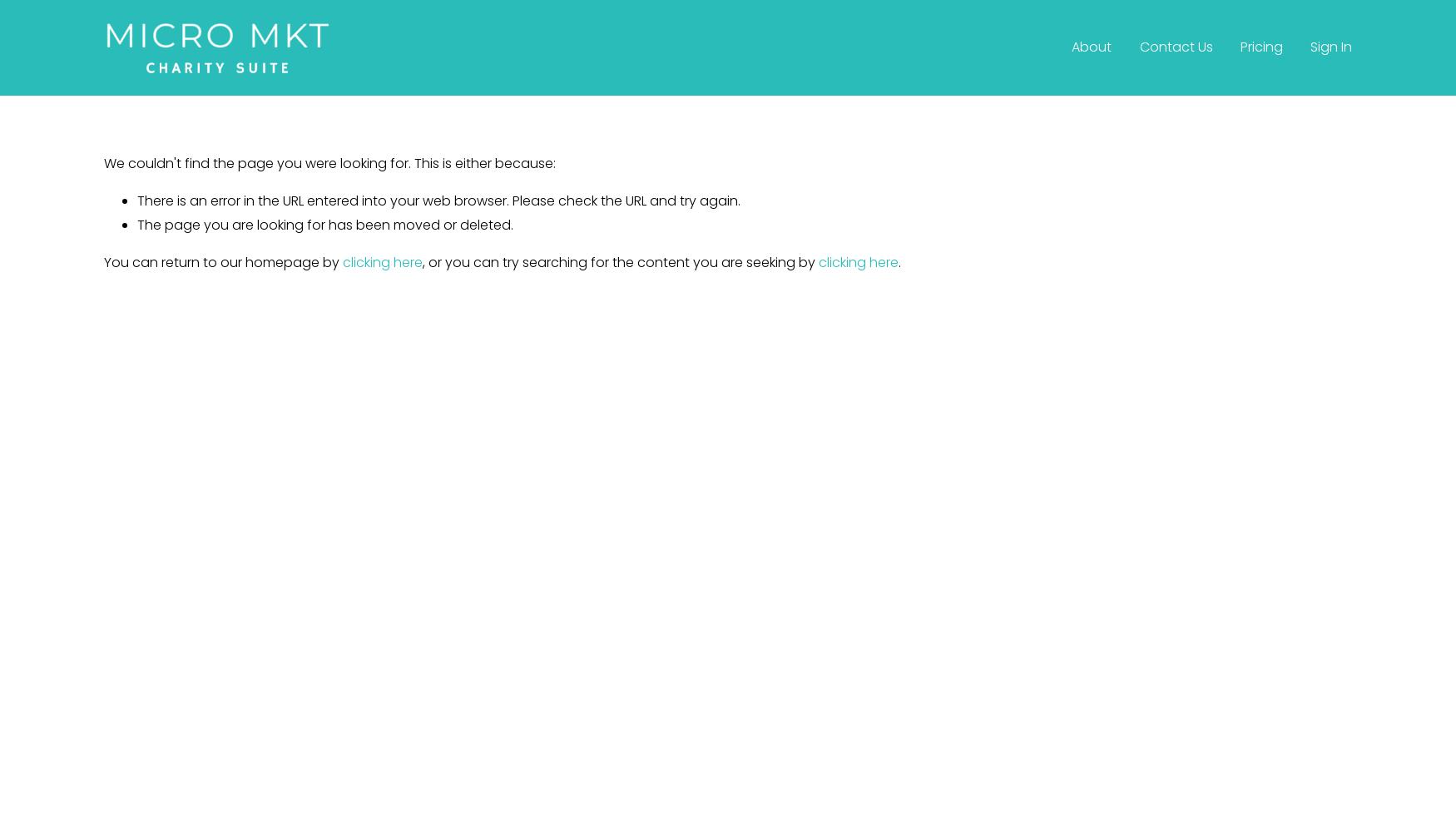 This screenshot has width=1456, height=832. I want to click on ', or you can try searching for the
  content you are seeking by', so click(621, 260).